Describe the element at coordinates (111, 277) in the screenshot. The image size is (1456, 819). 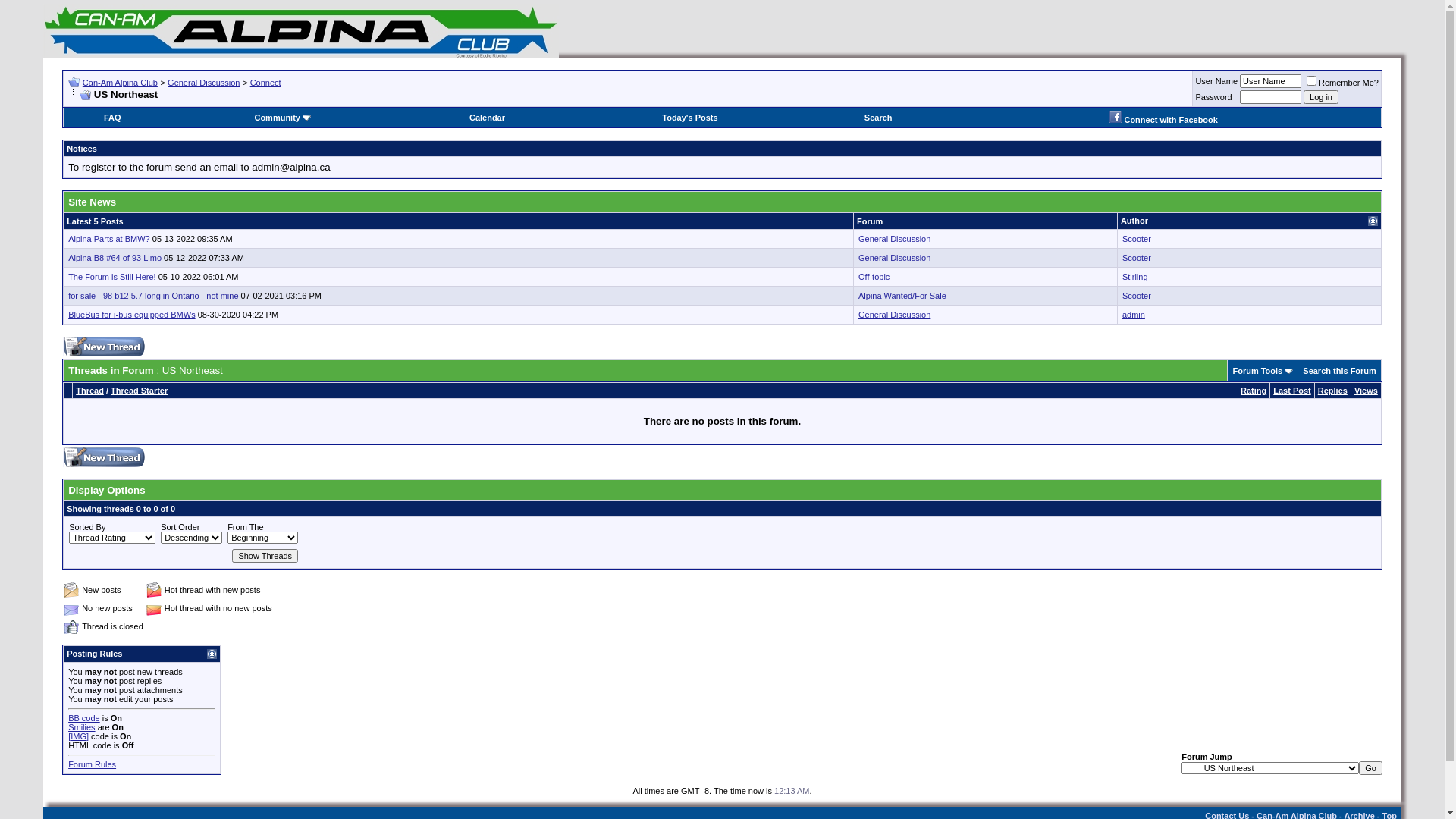
I see `'The Forum is Still Here!'` at that location.